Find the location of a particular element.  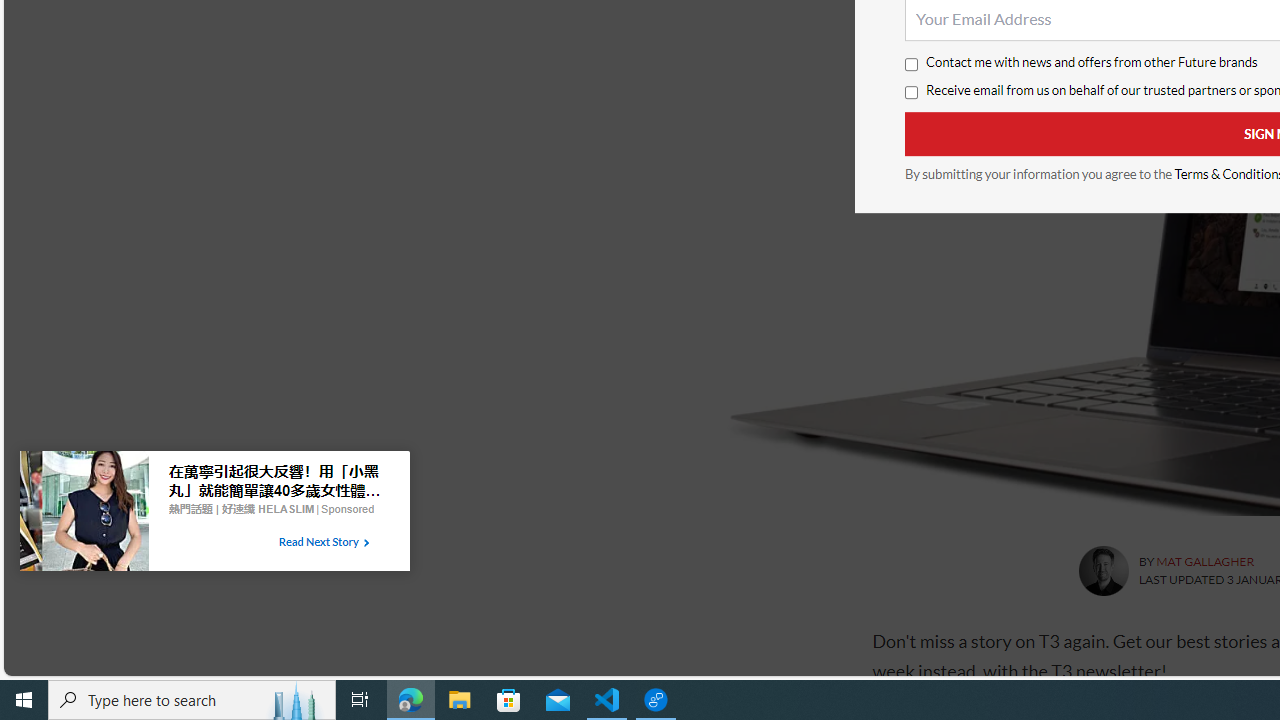

'Image for Taboola Advertising Unit' is located at coordinates (83, 514).